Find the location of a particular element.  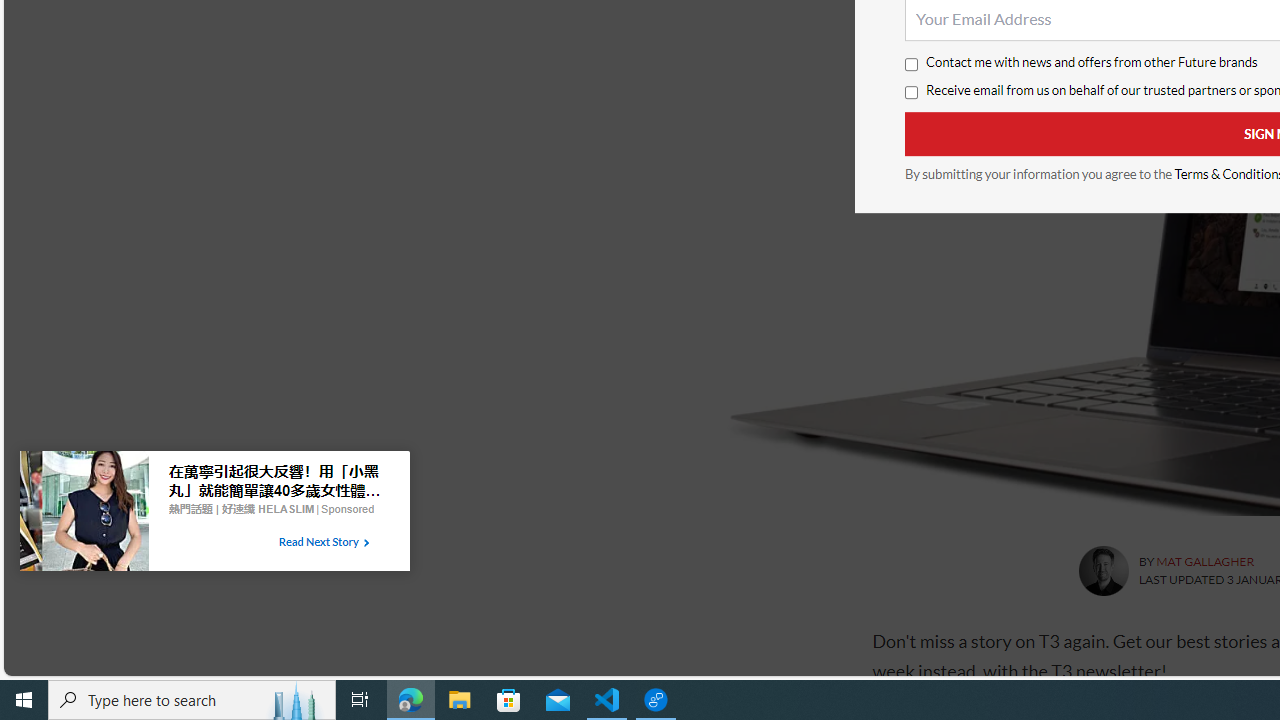

'Image for Taboola Advertising Unit' is located at coordinates (83, 514).